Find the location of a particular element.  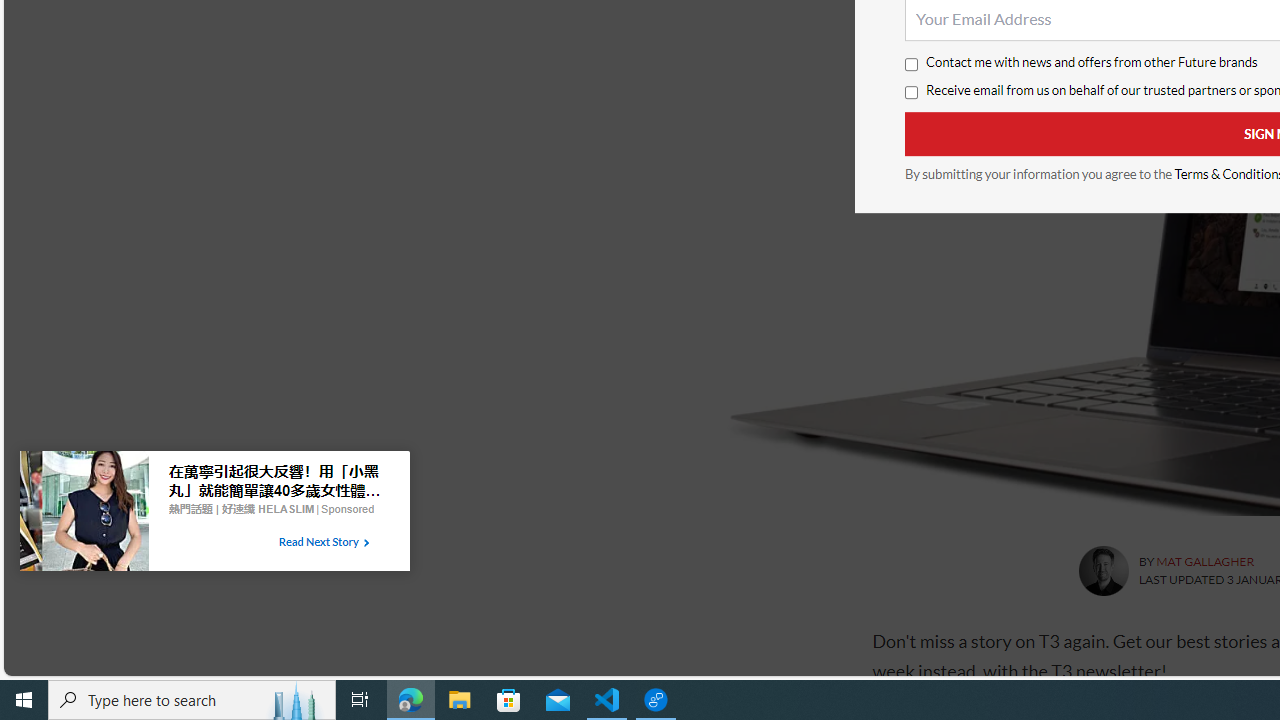

'Image for Taboola Advertising Unit' is located at coordinates (83, 514).